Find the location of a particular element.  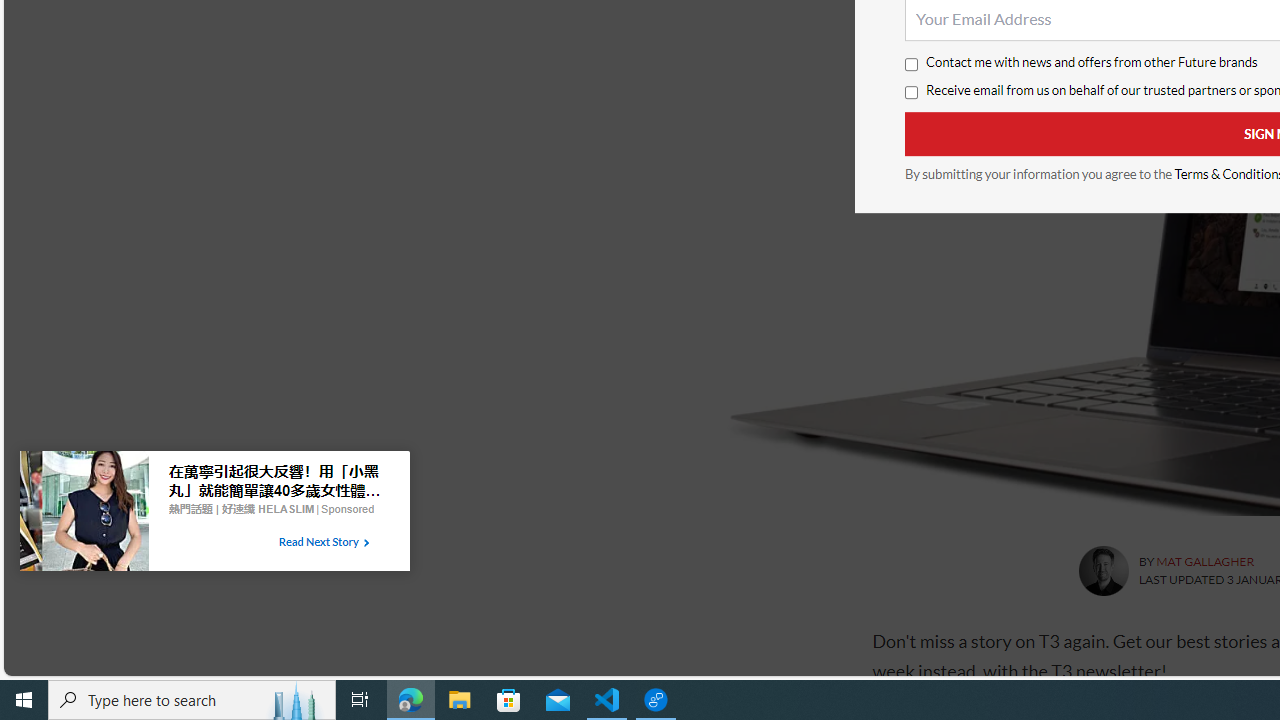

'Image for Taboola Advertising Unit' is located at coordinates (83, 514).